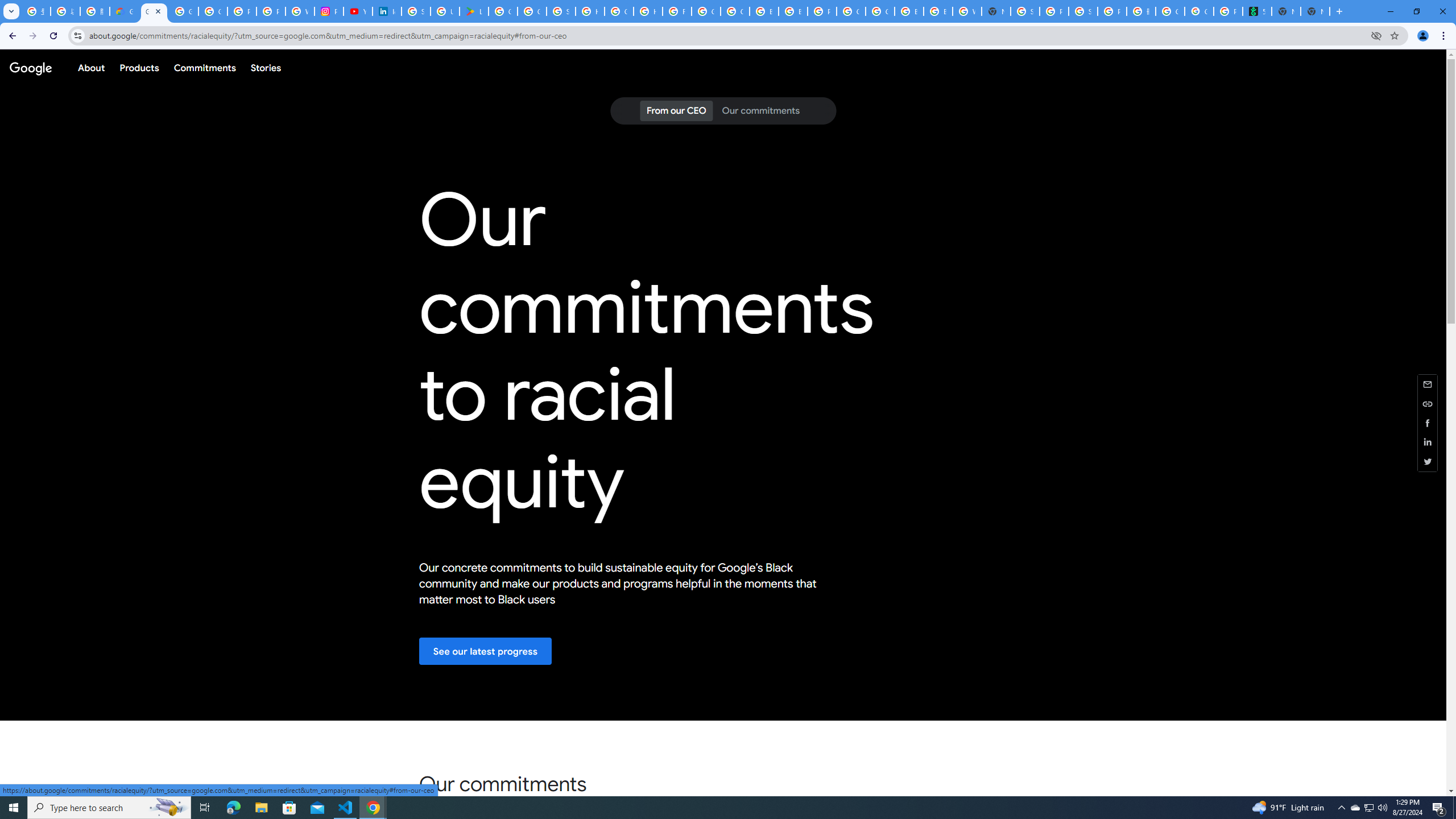 The image size is (1456, 819). Describe the element at coordinates (265, 67) in the screenshot. I see `'Stories'` at that location.